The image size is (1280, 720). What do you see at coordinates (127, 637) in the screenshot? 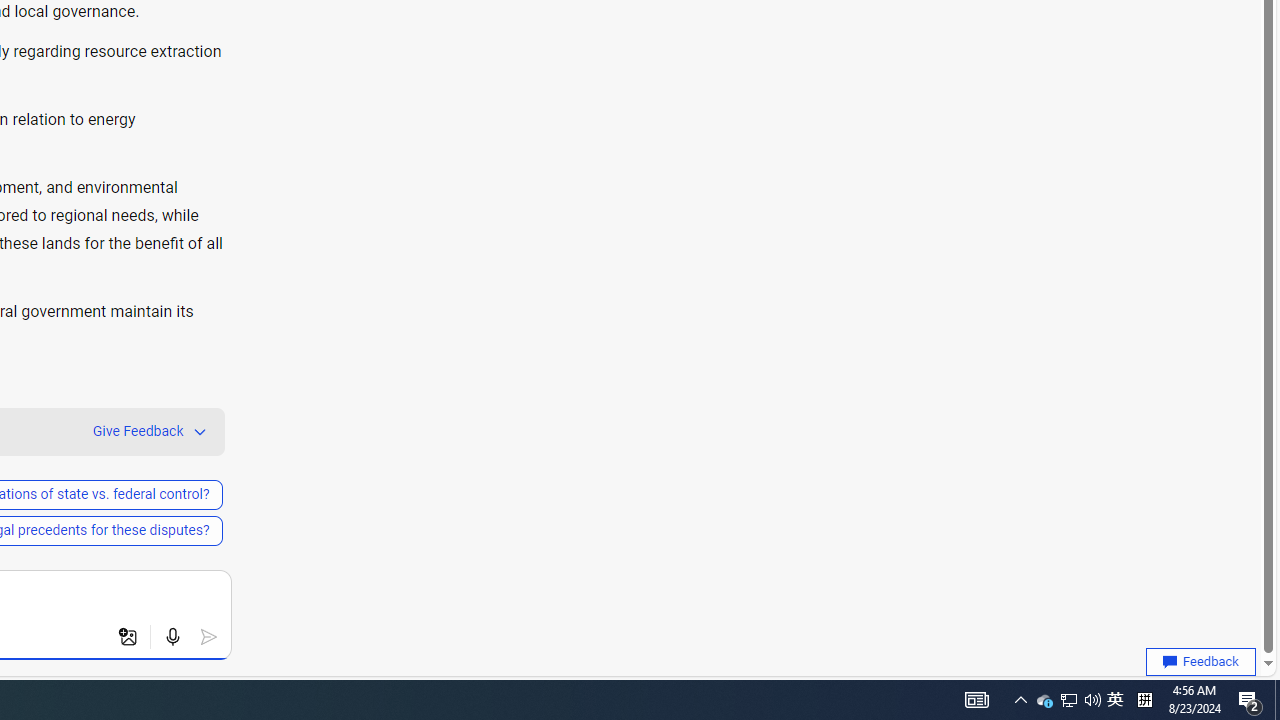
I see `'Add an image to search'` at bounding box center [127, 637].